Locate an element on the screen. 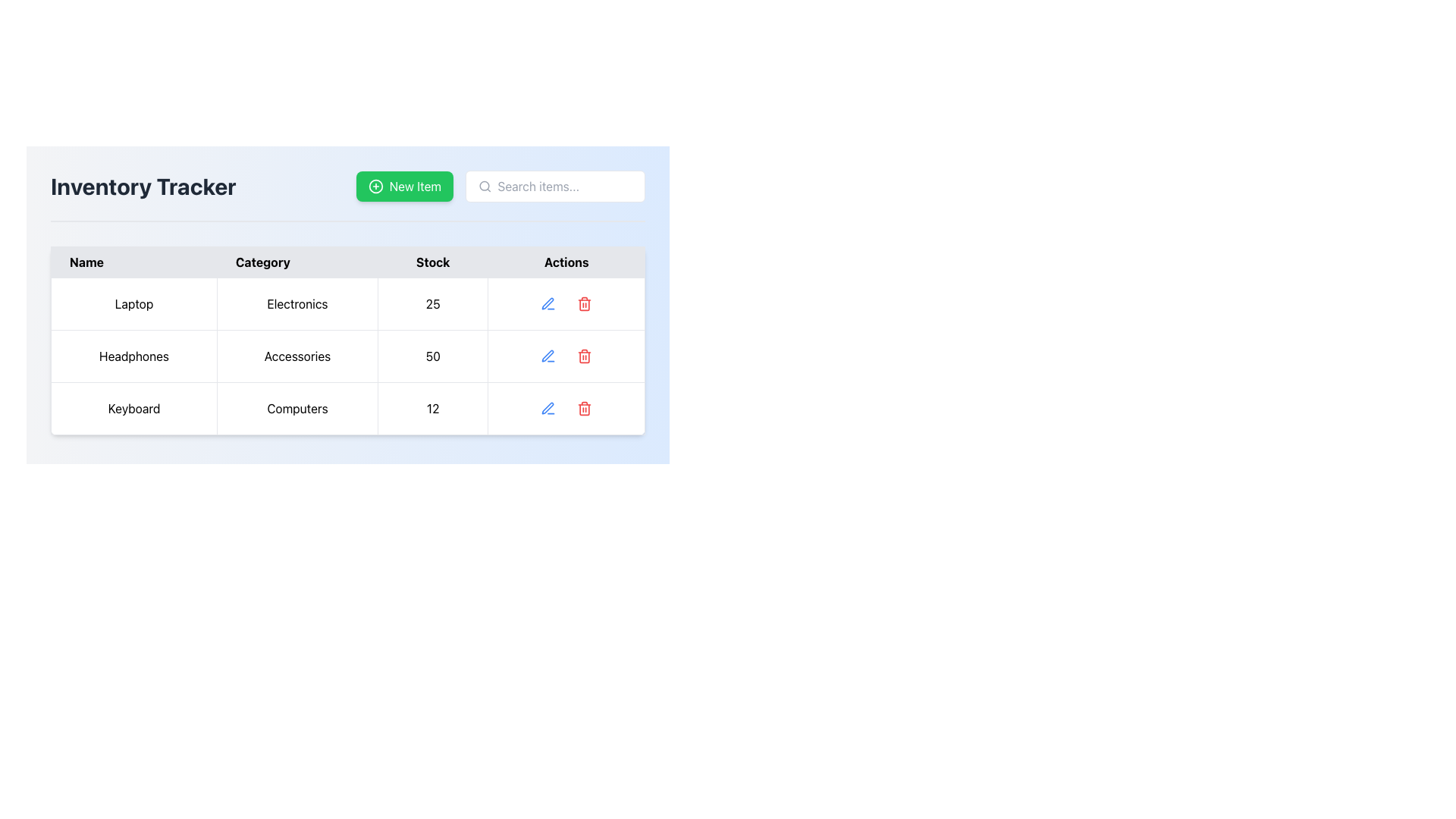 The image size is (1456, 819). the red trash bin icon in the 'Actions' column of the second row of the data table is located at coordinates (584, 356).